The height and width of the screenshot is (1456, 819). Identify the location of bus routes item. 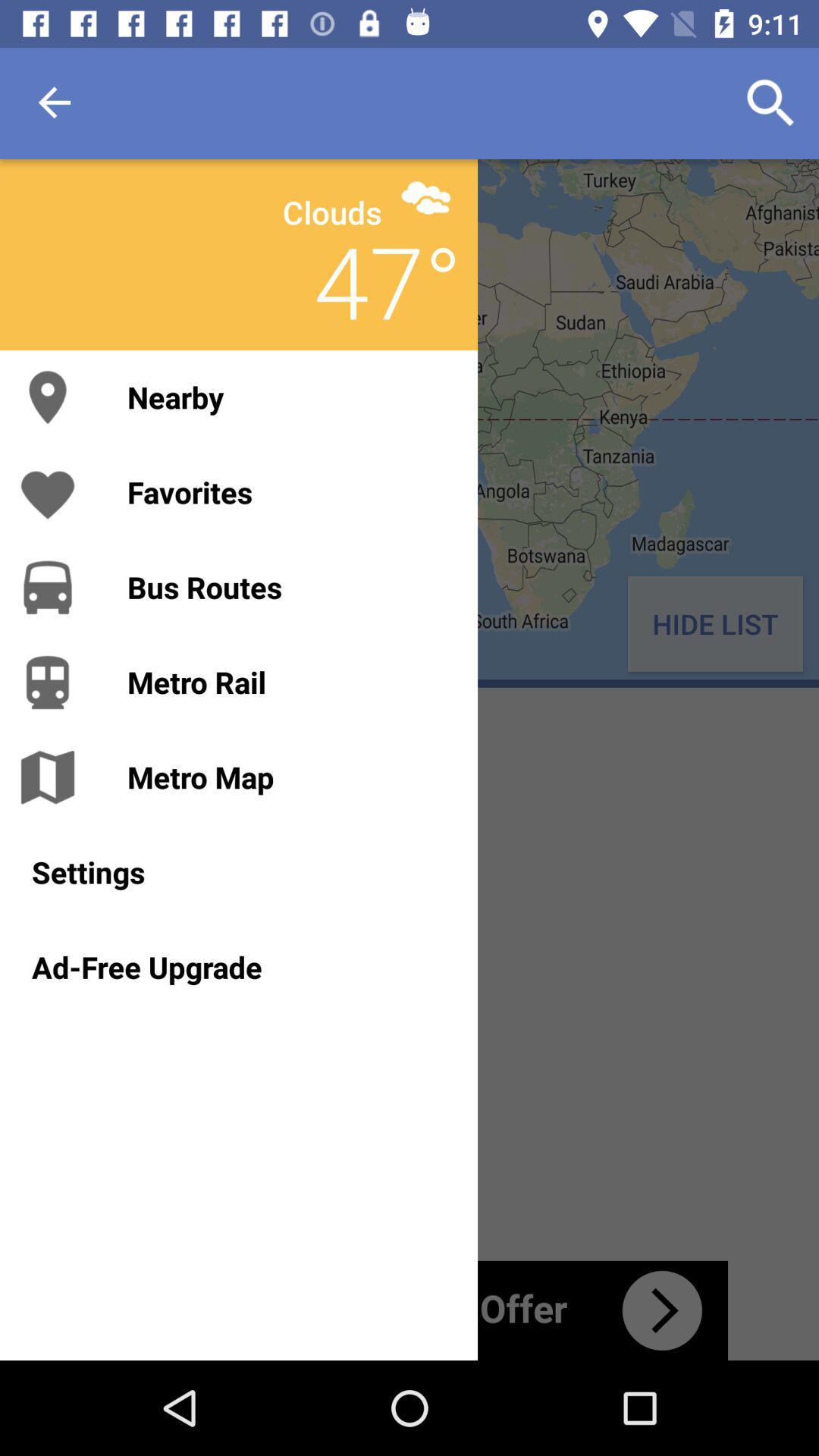
(287, 586).